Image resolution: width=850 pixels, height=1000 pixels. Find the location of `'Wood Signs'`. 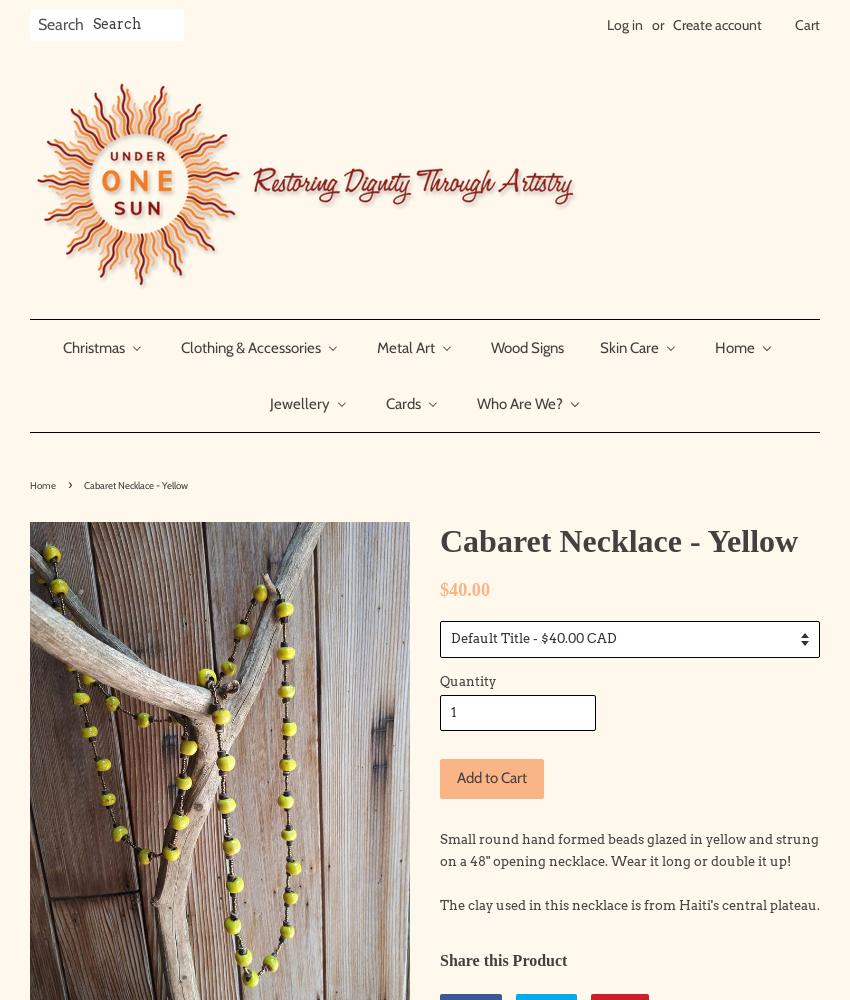

'Wood Signs' is located at coordinates (525, 346).